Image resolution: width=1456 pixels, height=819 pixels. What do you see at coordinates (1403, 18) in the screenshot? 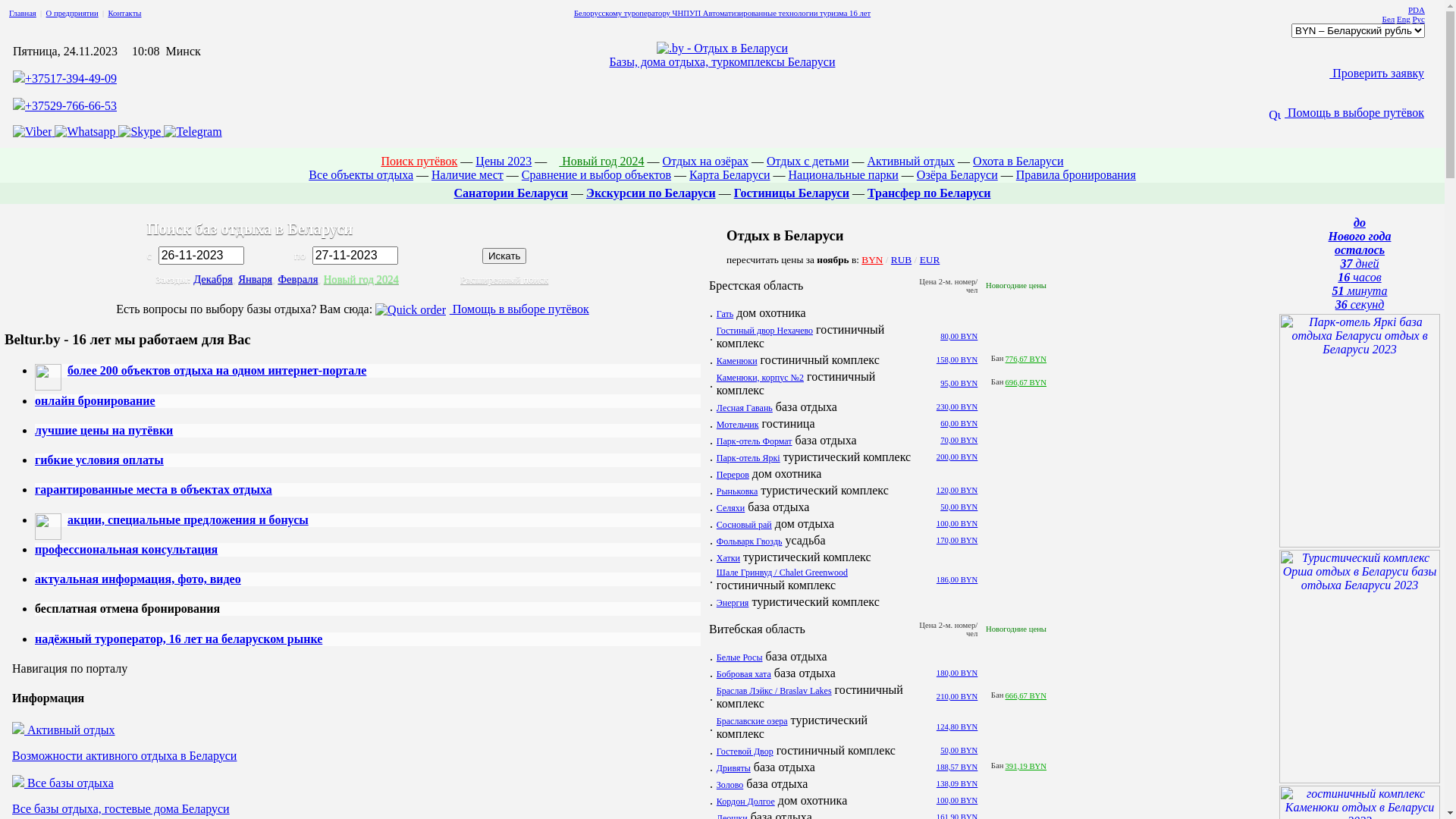
I see `'Eng'` at bounding box center [1403, 18].